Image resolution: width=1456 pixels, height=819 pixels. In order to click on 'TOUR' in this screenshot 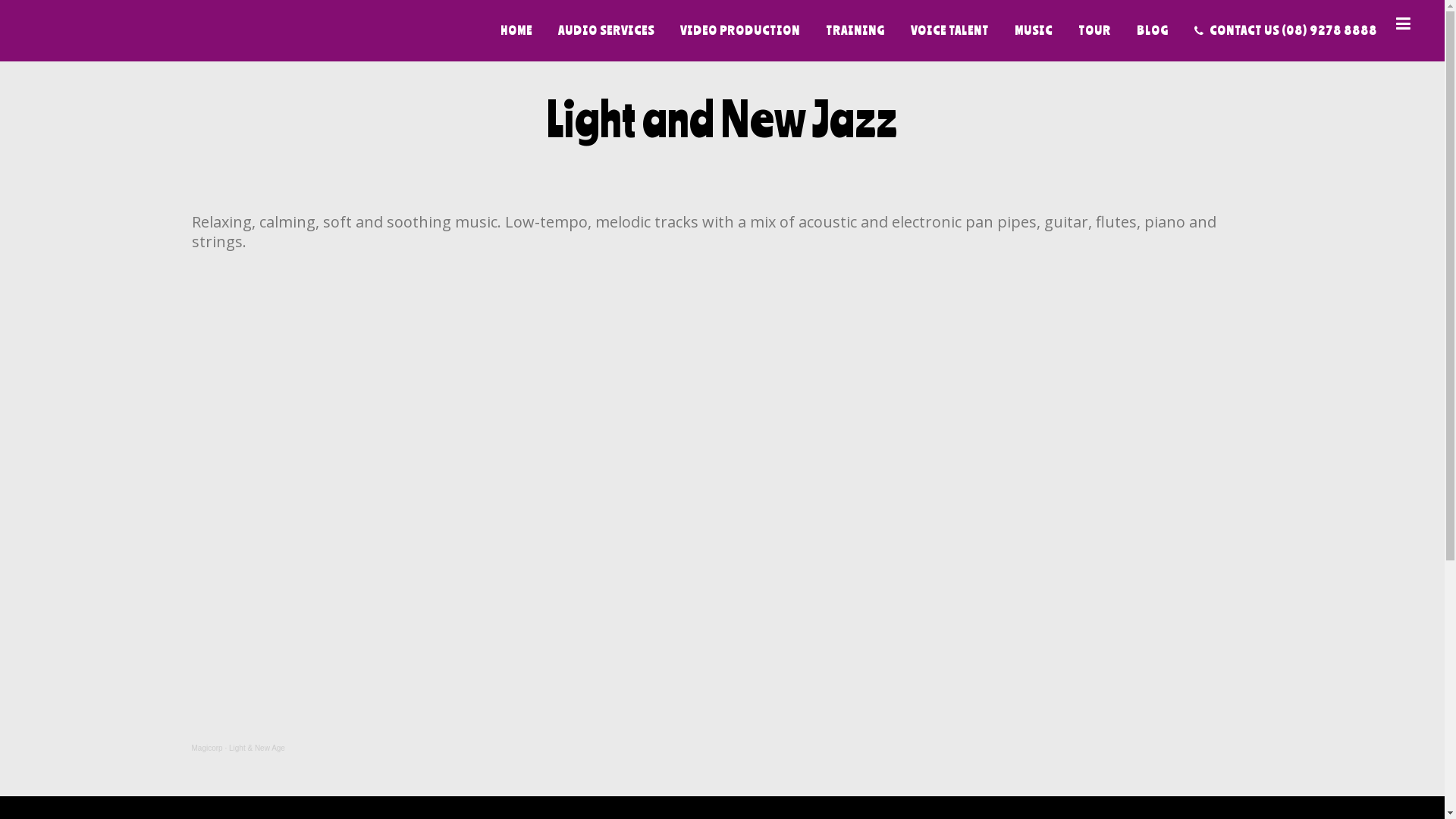, I will do `click(1094, 30)`.